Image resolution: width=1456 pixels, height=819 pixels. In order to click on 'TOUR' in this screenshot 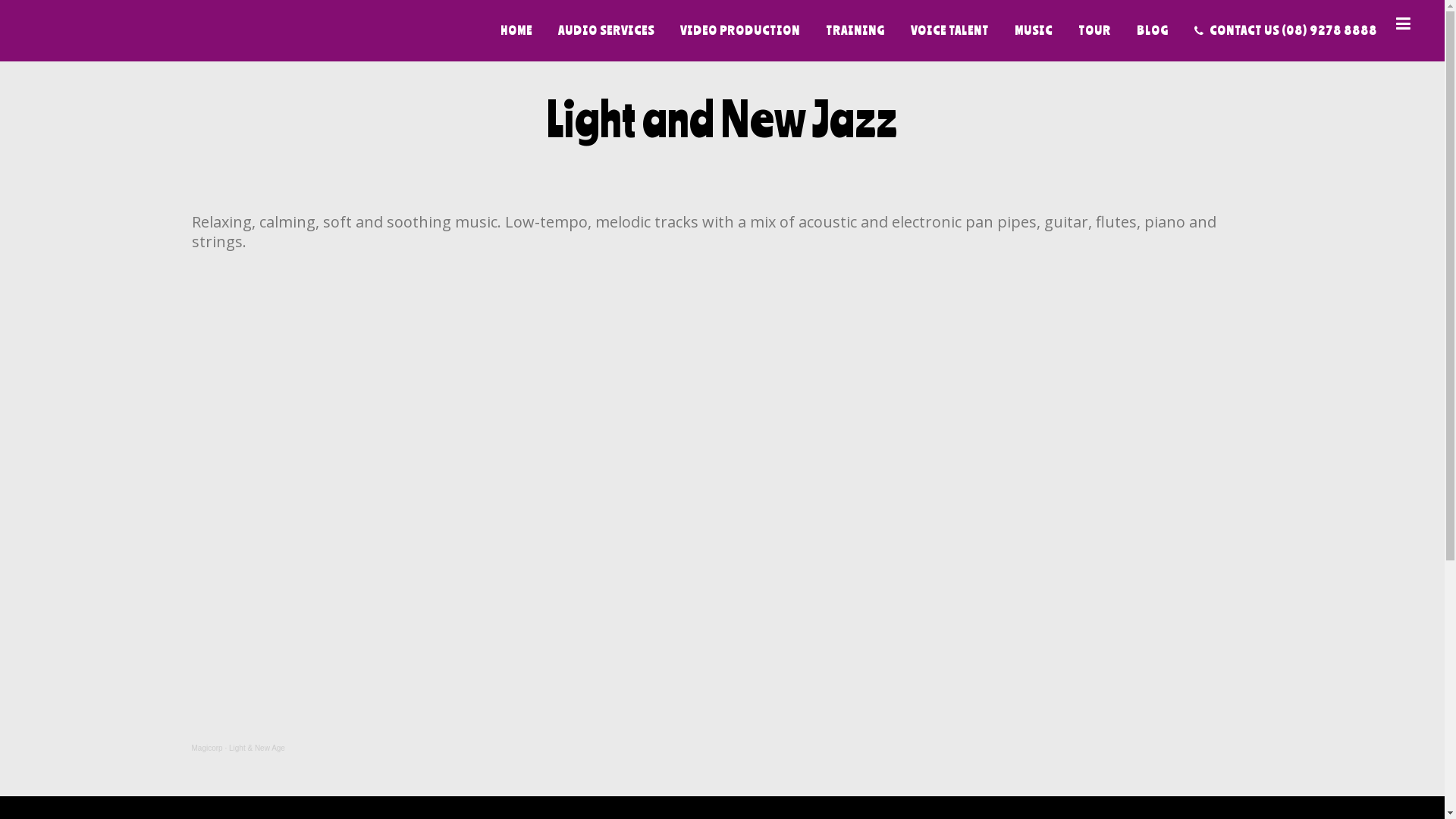, I will do `click(1094, 30)`.